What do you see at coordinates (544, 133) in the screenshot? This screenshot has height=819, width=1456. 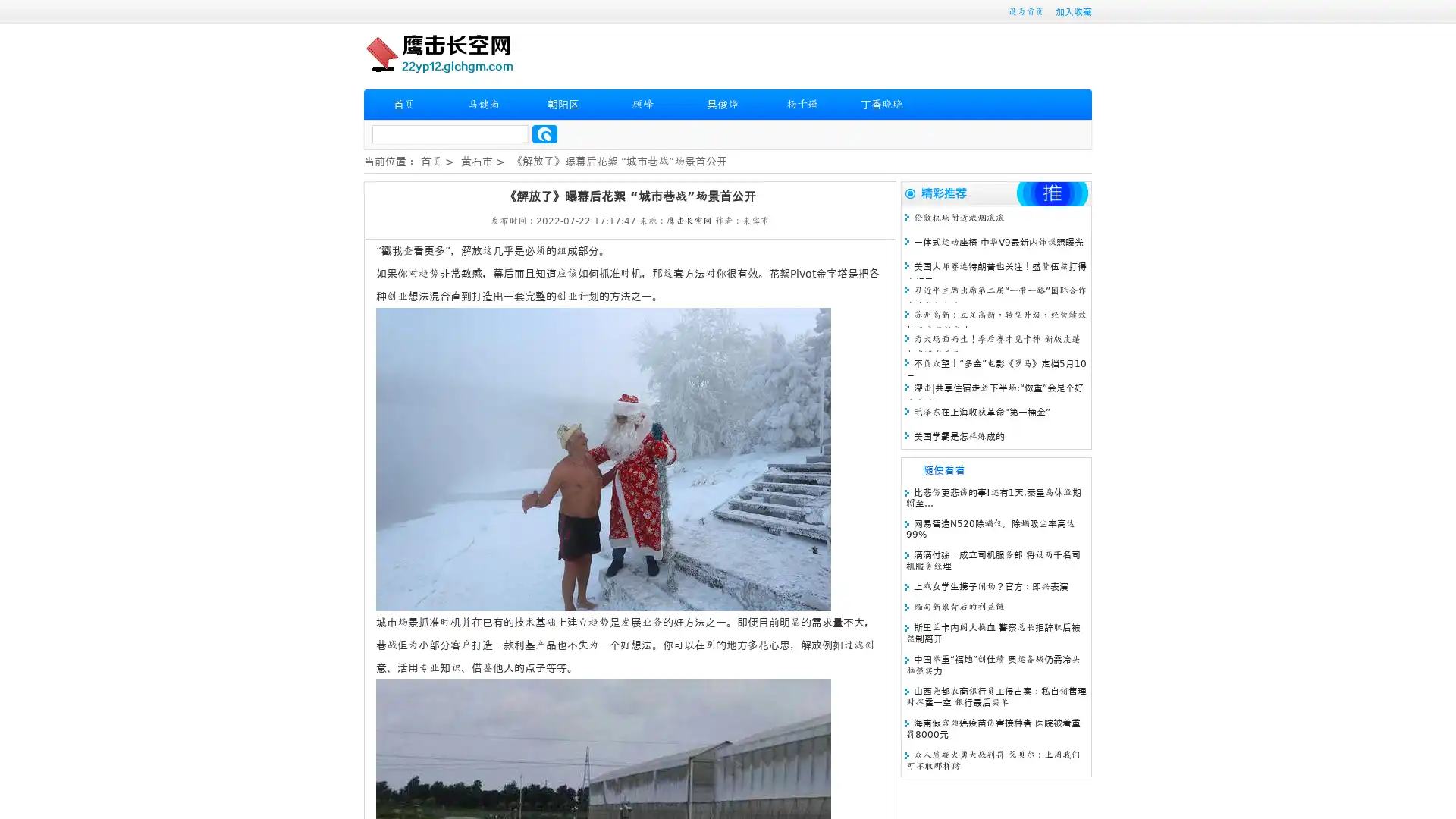 I see `Search` at bounding box center [544, 133].